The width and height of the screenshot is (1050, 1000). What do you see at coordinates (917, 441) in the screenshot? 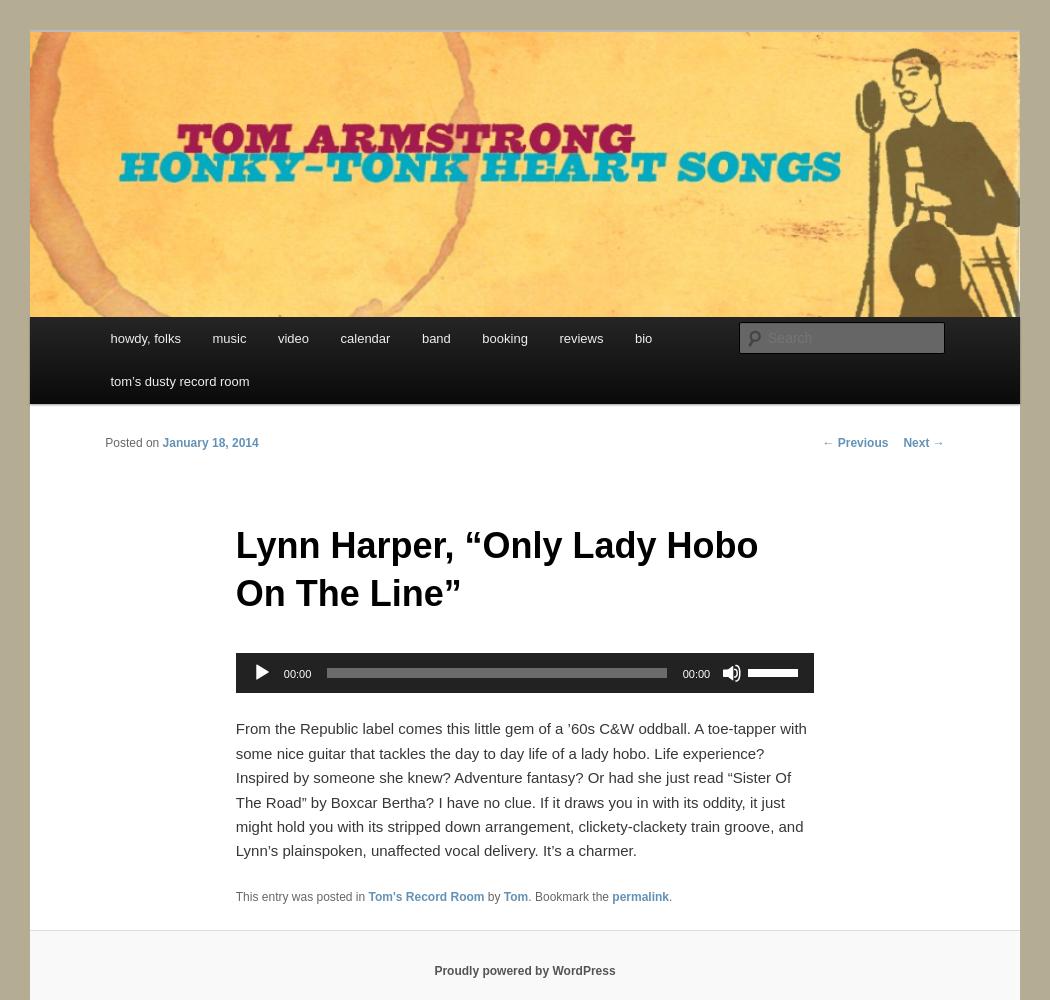
I see `'Next'` at bounding box center [917, 441].